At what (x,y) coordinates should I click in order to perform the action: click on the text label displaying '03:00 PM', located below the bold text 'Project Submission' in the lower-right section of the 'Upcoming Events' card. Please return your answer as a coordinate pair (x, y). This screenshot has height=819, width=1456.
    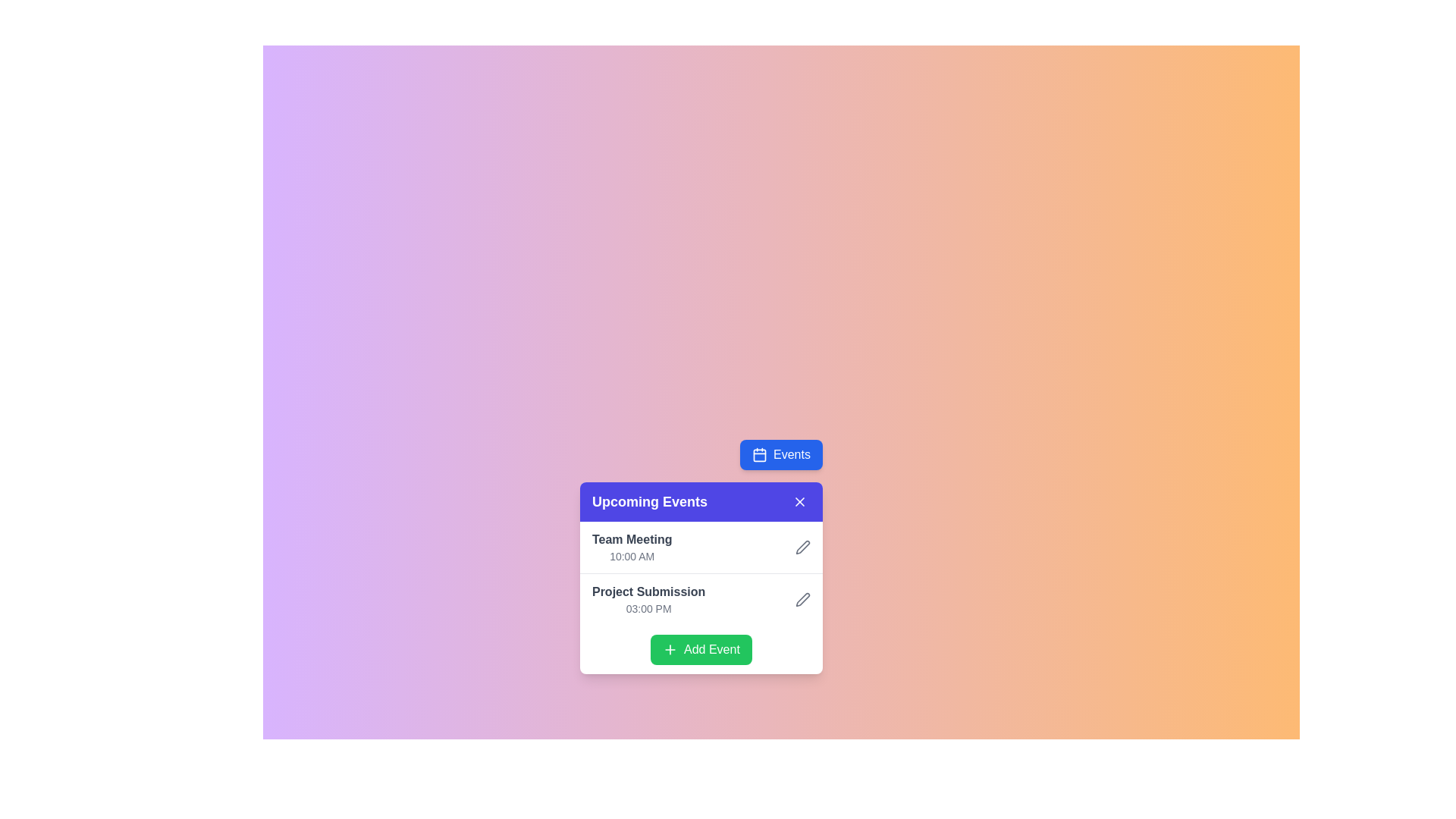
    Looking at the image, I should click on (648, 607).